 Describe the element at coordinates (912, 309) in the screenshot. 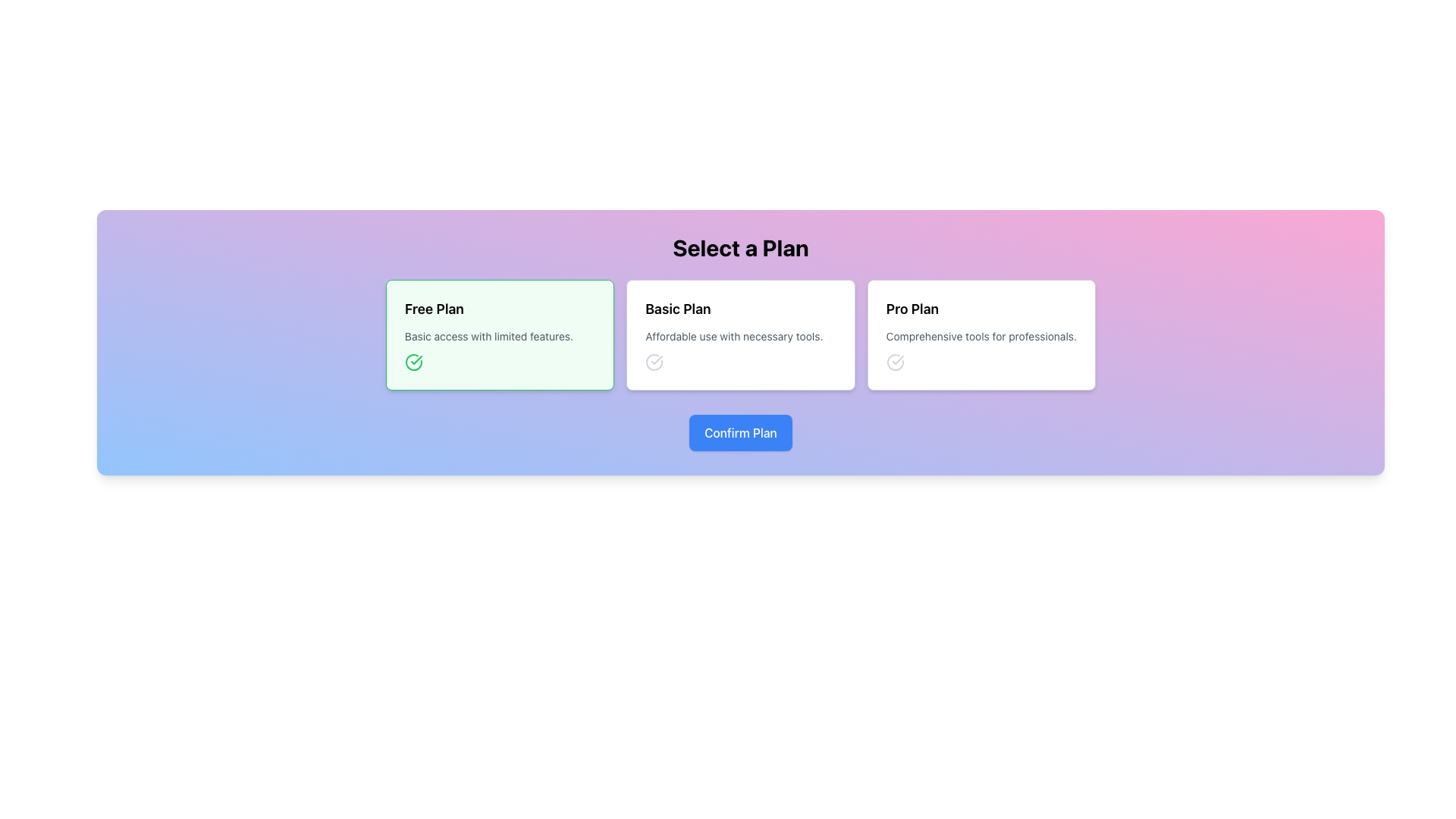

I see `the bold text label 'Pro Plan' located at the top-center of the rightmost card in a set of three cards` at that location.